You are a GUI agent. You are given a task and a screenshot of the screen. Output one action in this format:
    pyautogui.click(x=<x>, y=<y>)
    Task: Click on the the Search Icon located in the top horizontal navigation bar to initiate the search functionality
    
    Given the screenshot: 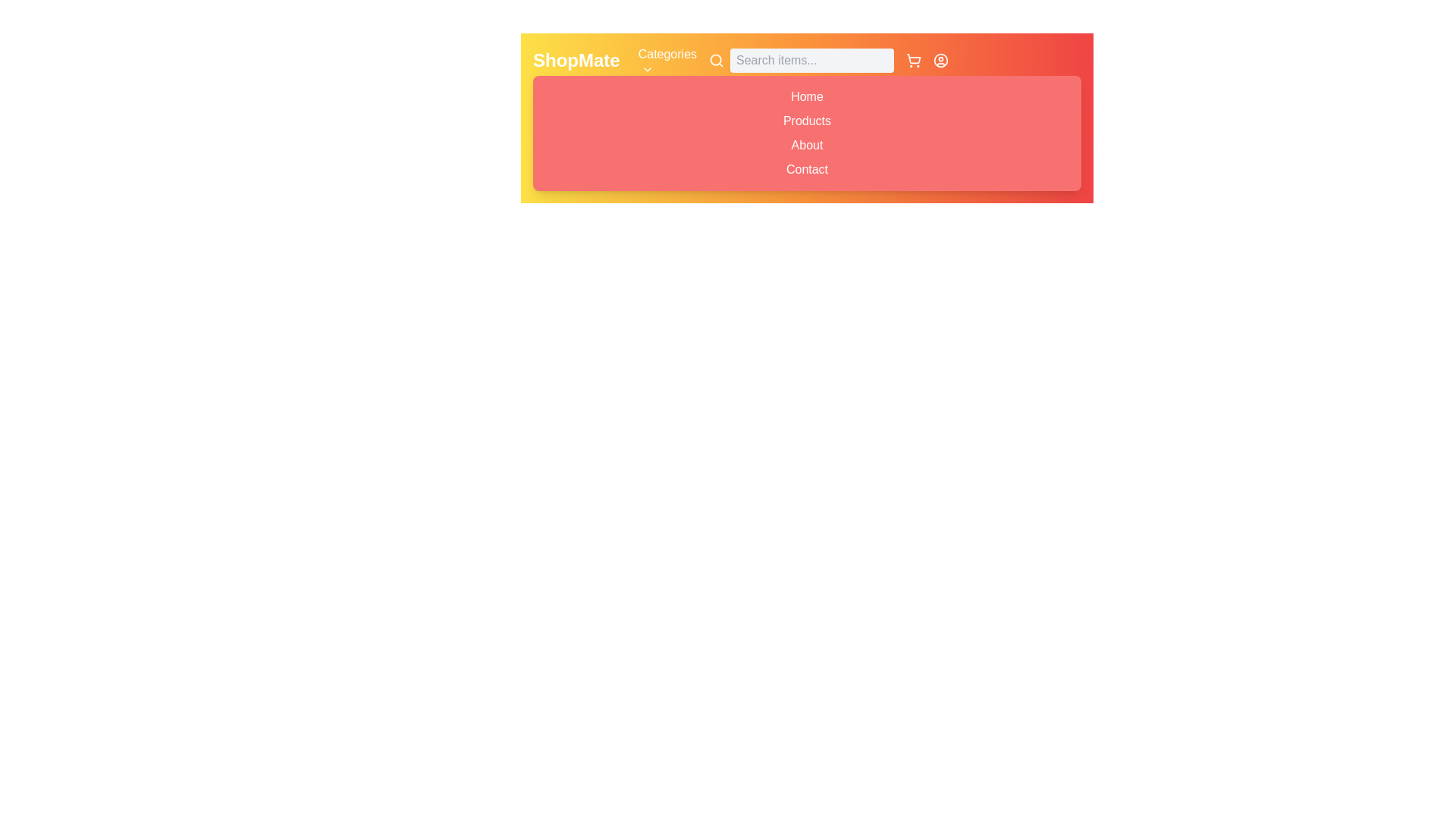 What is the action you would take?
    pyautogui.click(x=716, y=60)
    